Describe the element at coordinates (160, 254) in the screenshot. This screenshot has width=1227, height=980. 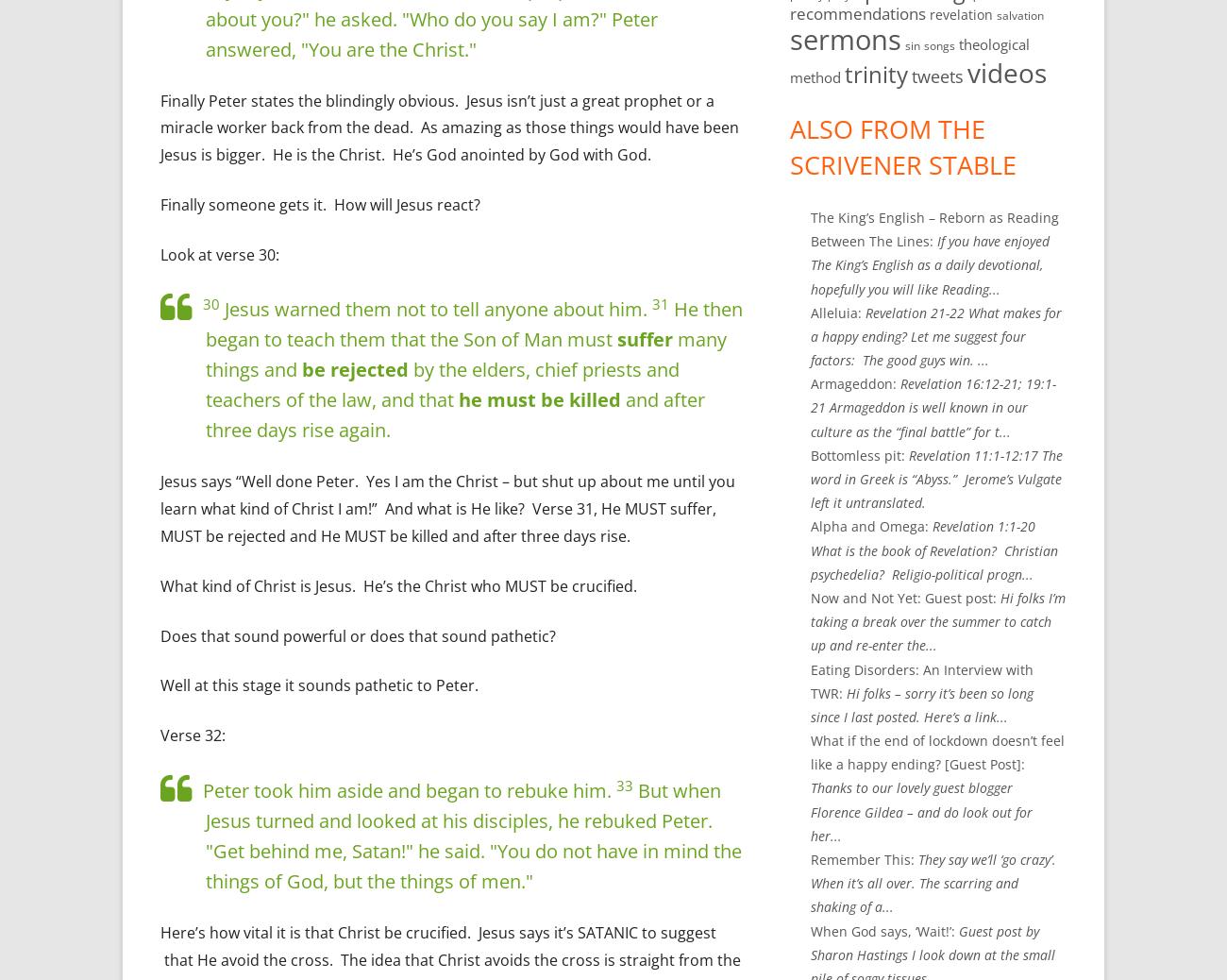
I see `'Look at verse 30:'` at that location.